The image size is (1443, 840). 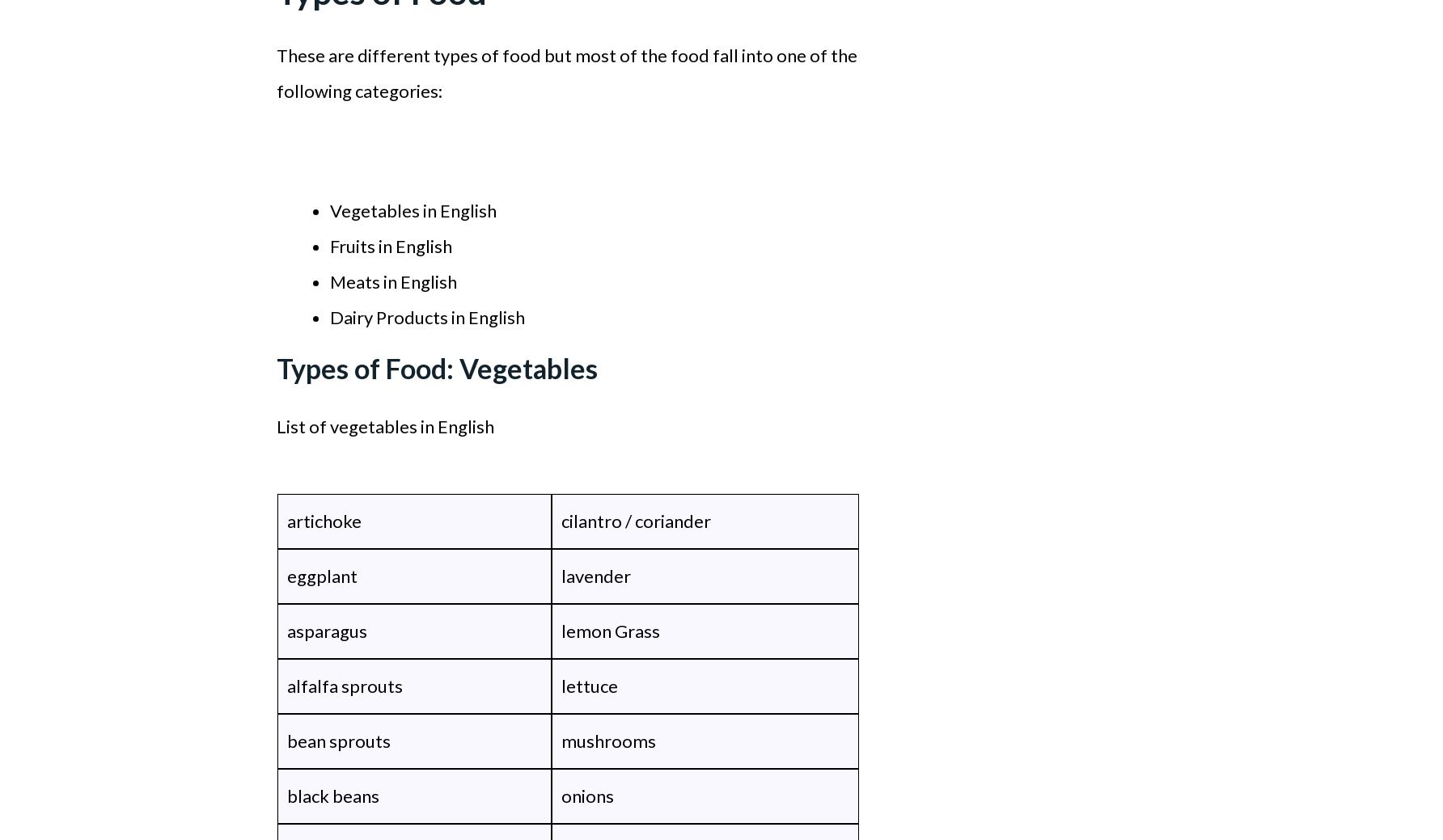 What do you see at coordinates (286, 741) in the screenshot?
I see `'bean sprouts'` at bounding box center [286, 741].